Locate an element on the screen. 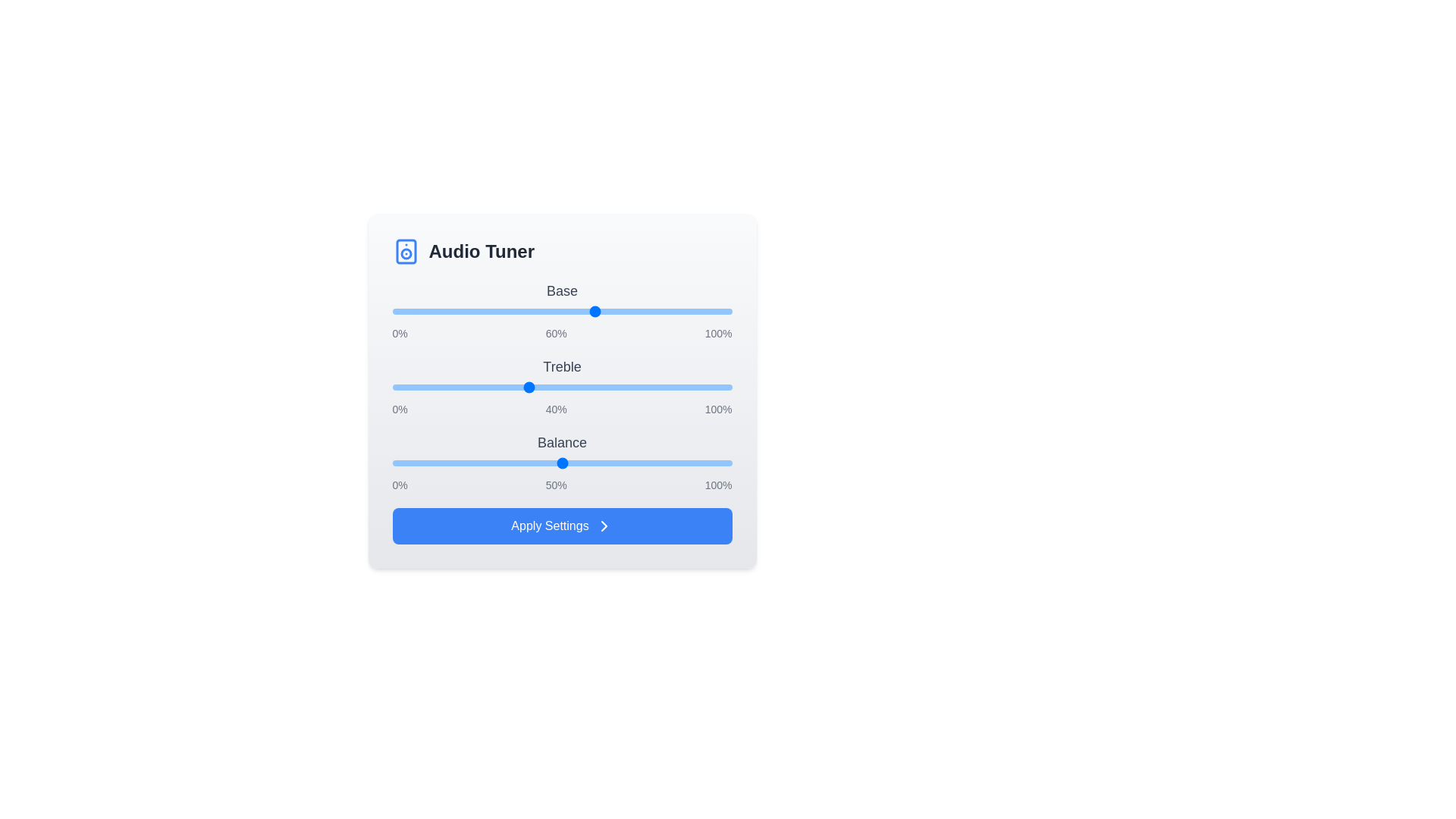 The width and height of the screenshot is (1456, 819). 'Apply Settings' button is located at coordinates (561, 526).